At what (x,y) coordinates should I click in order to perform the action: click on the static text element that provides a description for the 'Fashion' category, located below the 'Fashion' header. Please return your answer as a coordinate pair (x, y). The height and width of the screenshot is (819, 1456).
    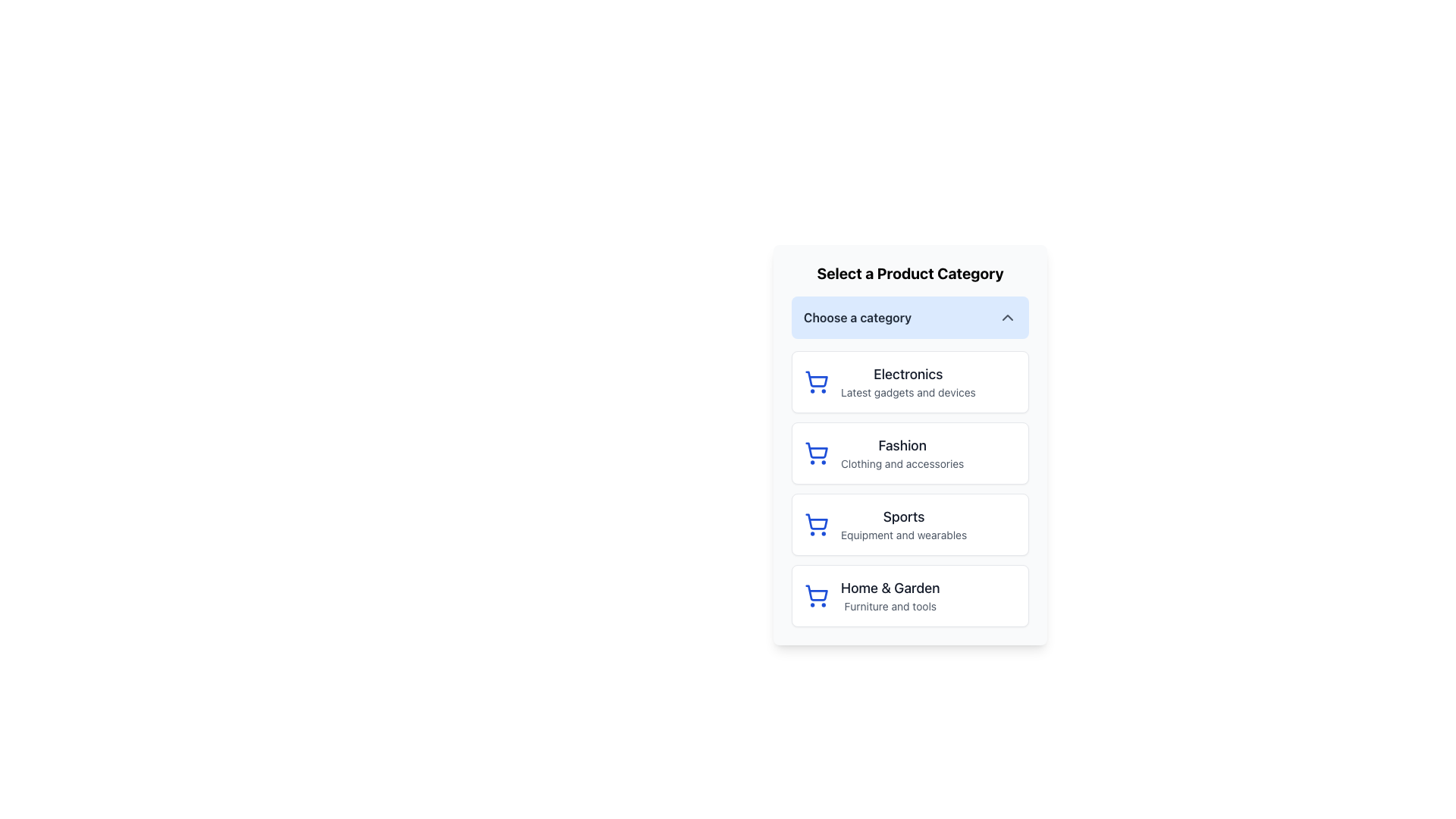
    Looking at the image, I should click on (902, 463).